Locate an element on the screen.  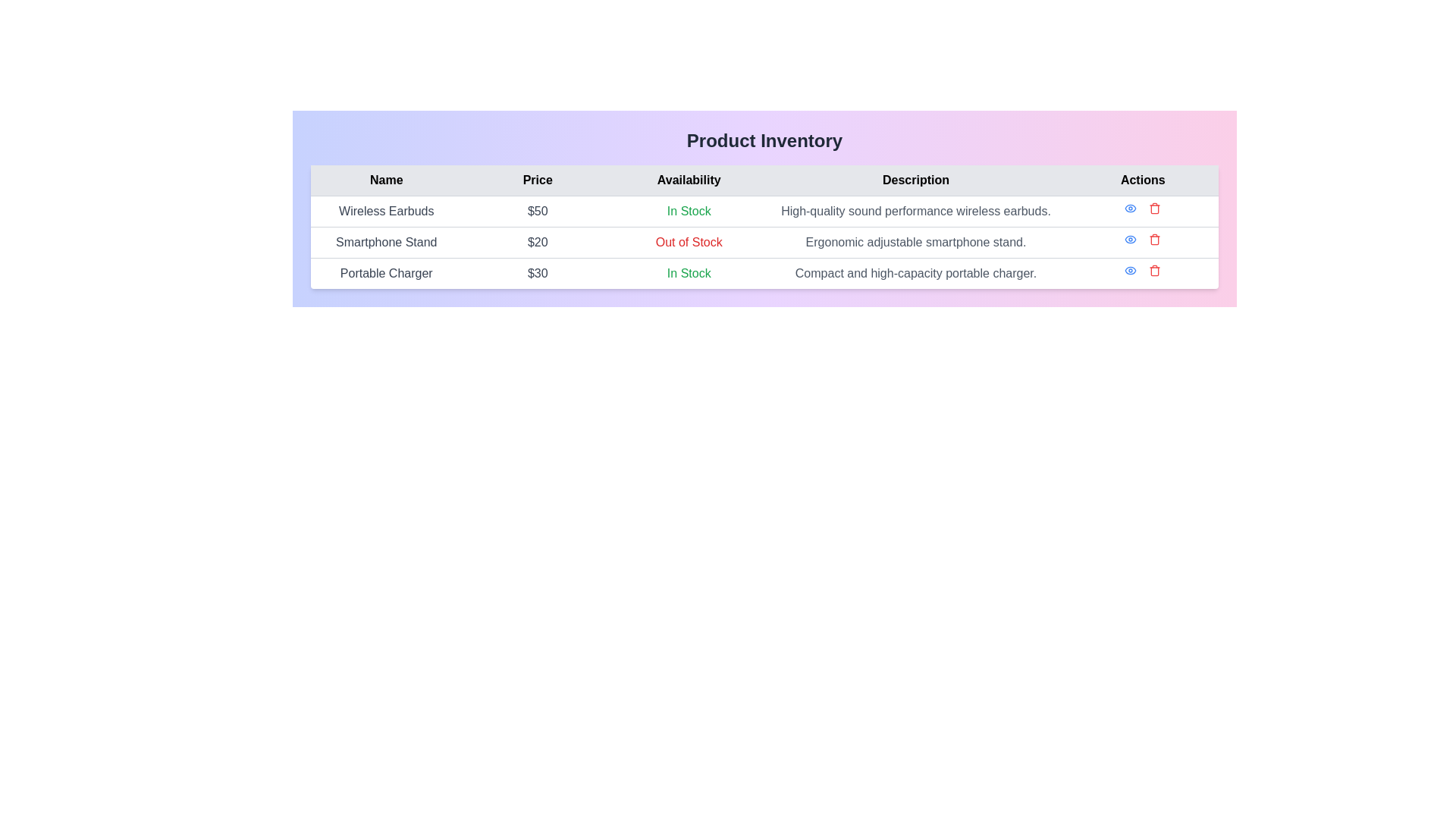
the 'Name' text label in the table header, which is the first header in a row of five with a light grey background and bold black font is located at coordinates (386, 180).